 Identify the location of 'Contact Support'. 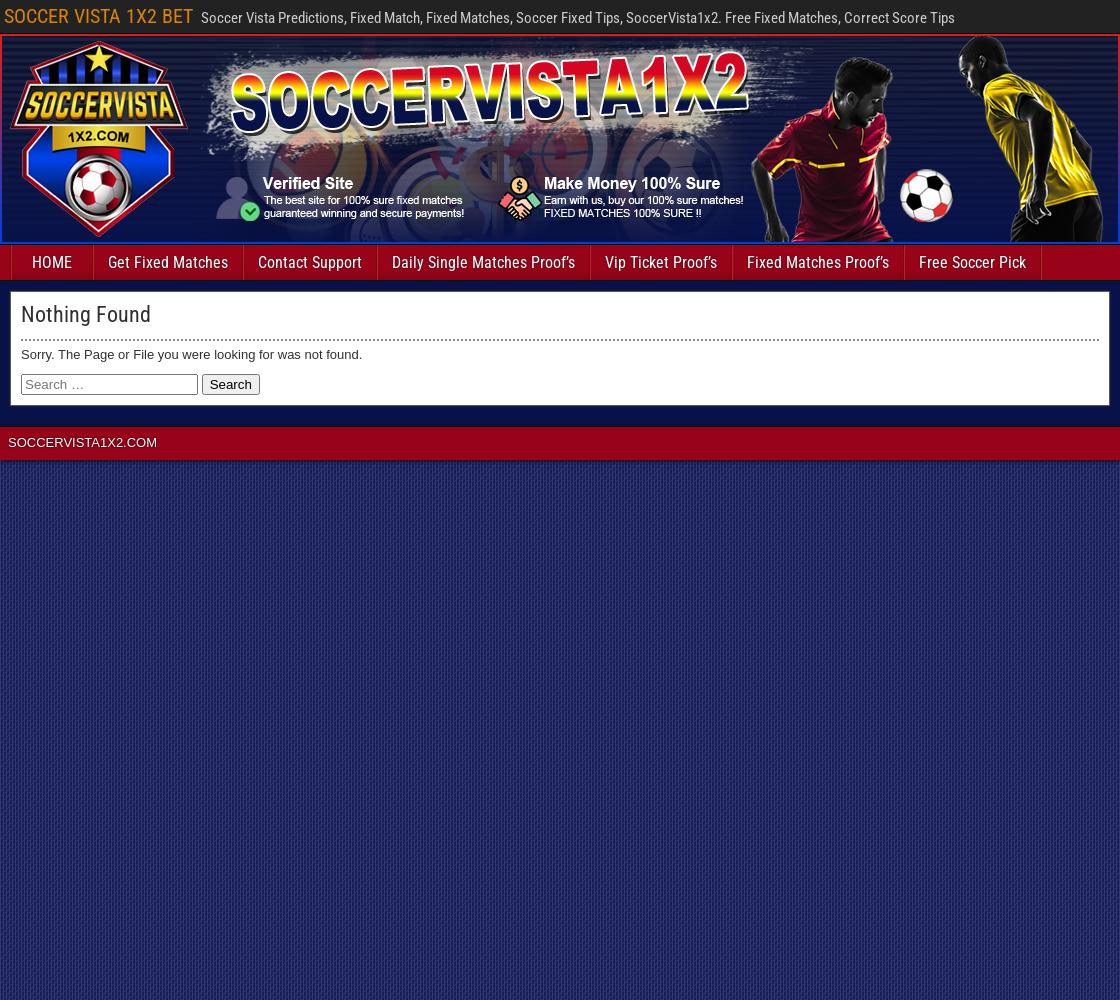
(310, 262).